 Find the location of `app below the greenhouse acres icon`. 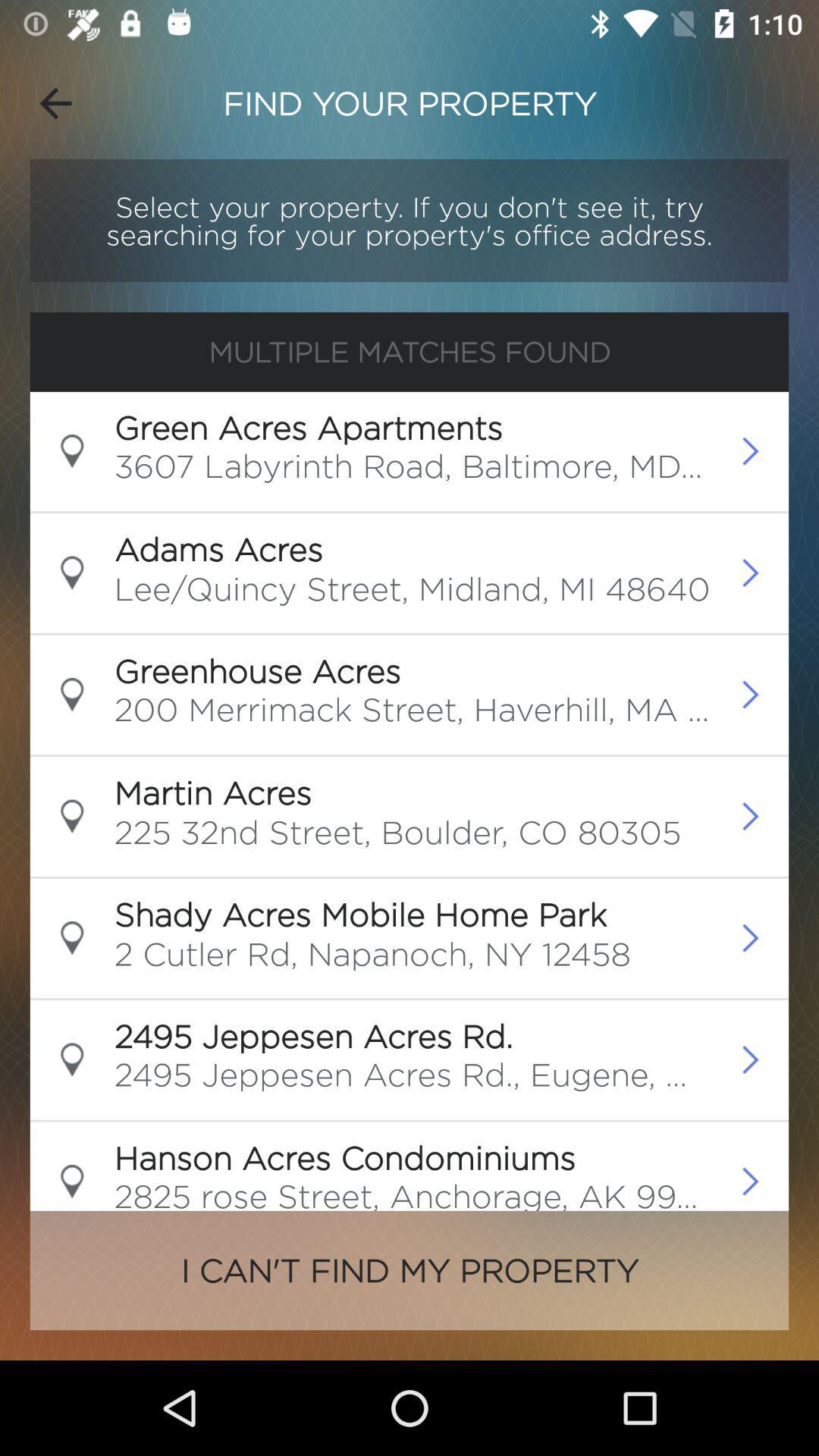

app below the greenhouse acres icon is located at coordinates (413, 714).